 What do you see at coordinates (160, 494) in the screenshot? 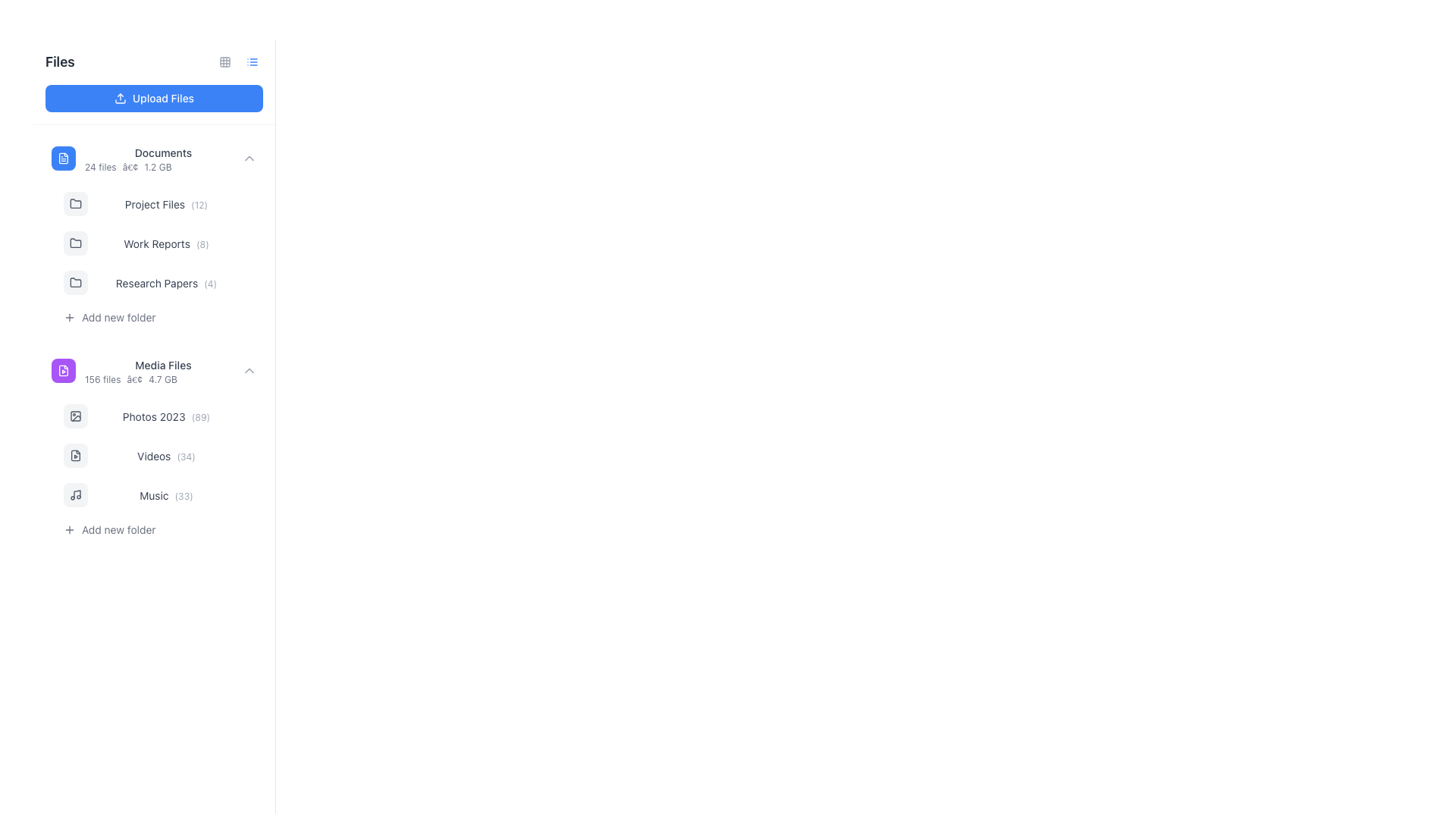
I see `the list item labeled 'Music(33)' in the navigation panel` at bounding box center [160, 494].